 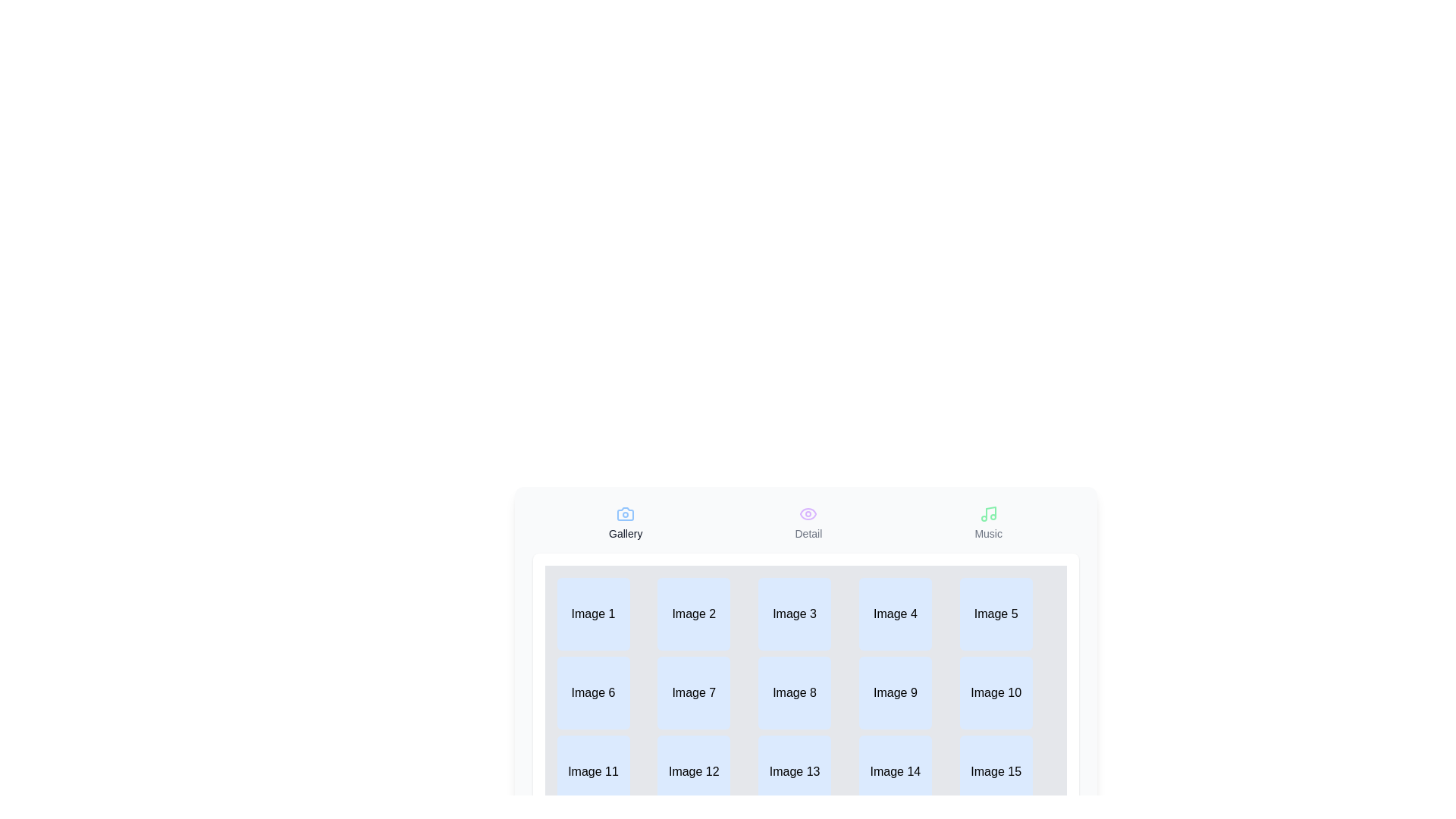 I want to click on the 'Detail' tab to display its content, so click(x=807, y=522).